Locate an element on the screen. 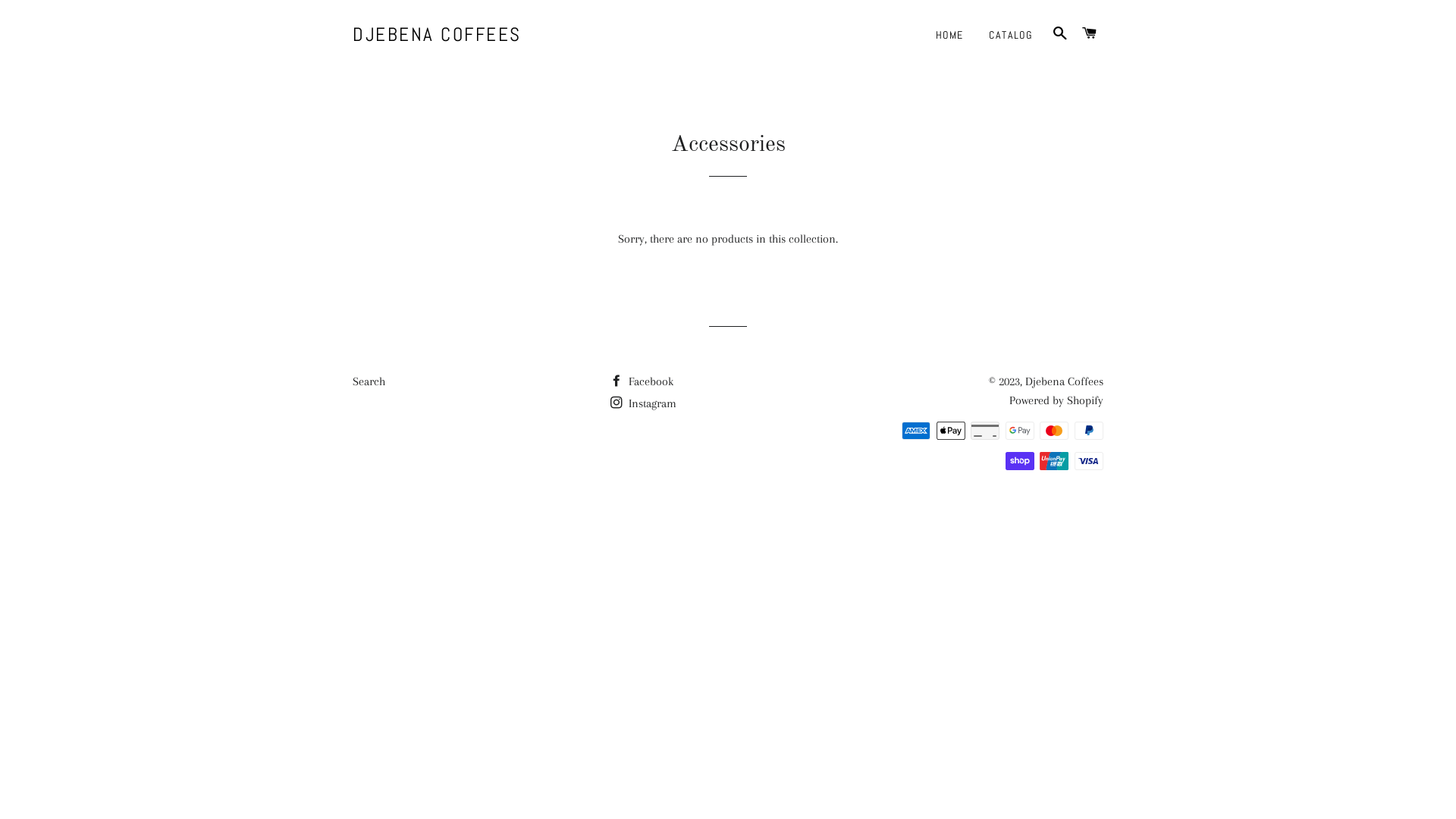 The image size is (1456, 819). 'CATALOG' is located at coordinates (1010, 34).